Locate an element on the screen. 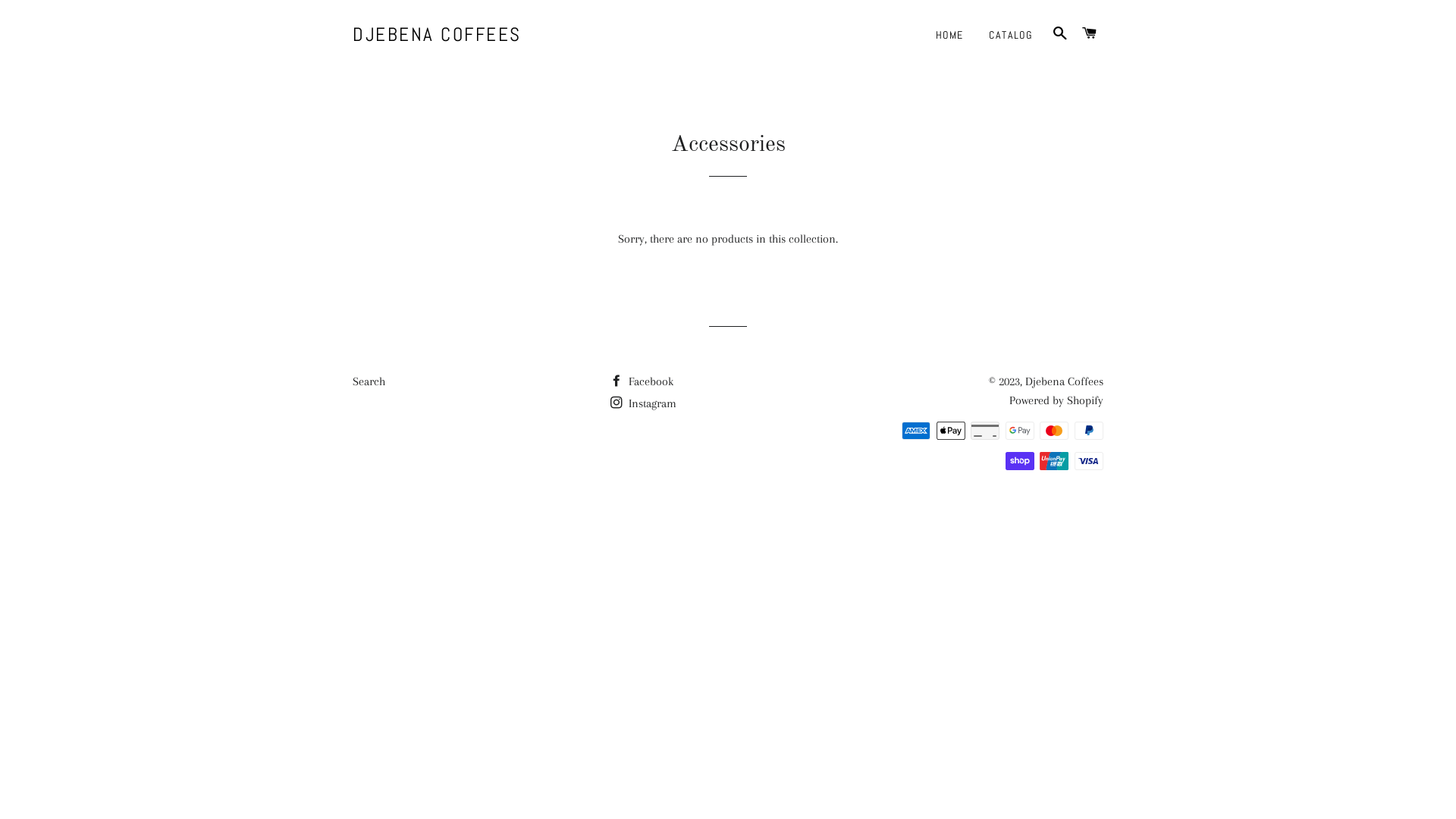 The image size is (1456, 819). 'CATALOG' is located at coordinates (1010, 34).